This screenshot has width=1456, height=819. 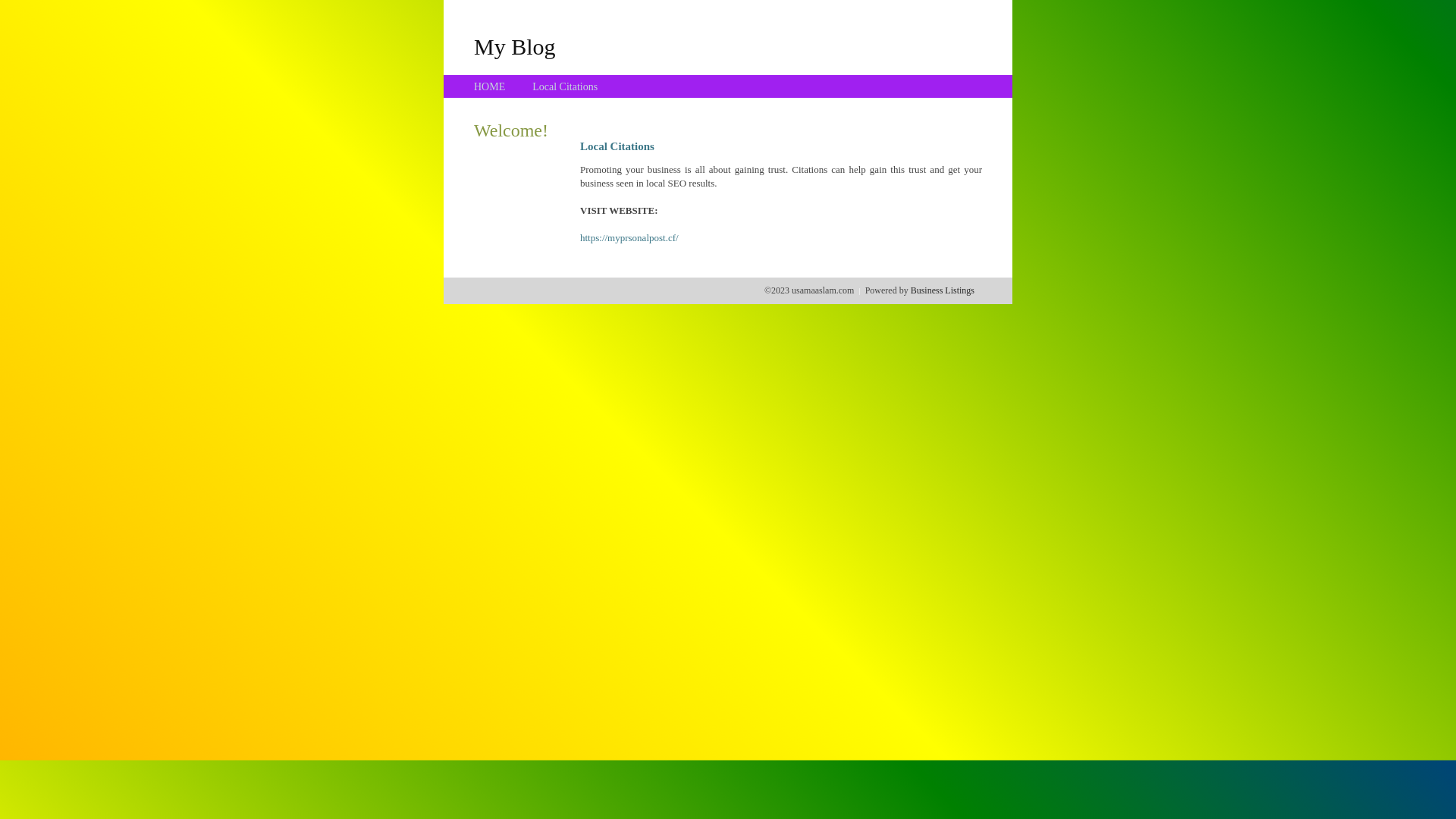 What do you see at coordinates (514, 45) in the screenshot?
I see `'My Blog'` at bounding box center [514, 45].